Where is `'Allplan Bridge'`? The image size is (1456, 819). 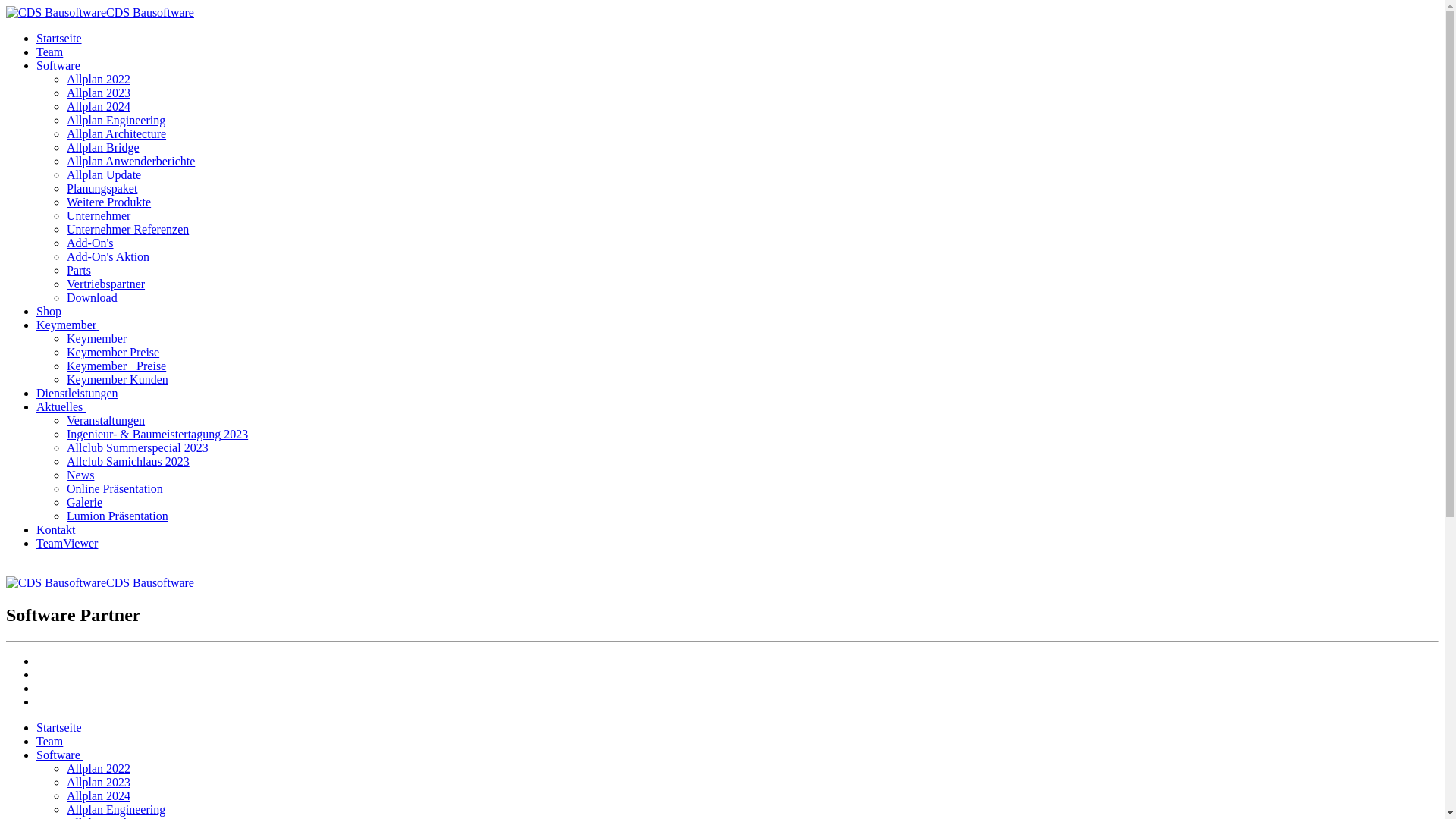
'Allplan Bridge' is located at coordinates (102, 147).